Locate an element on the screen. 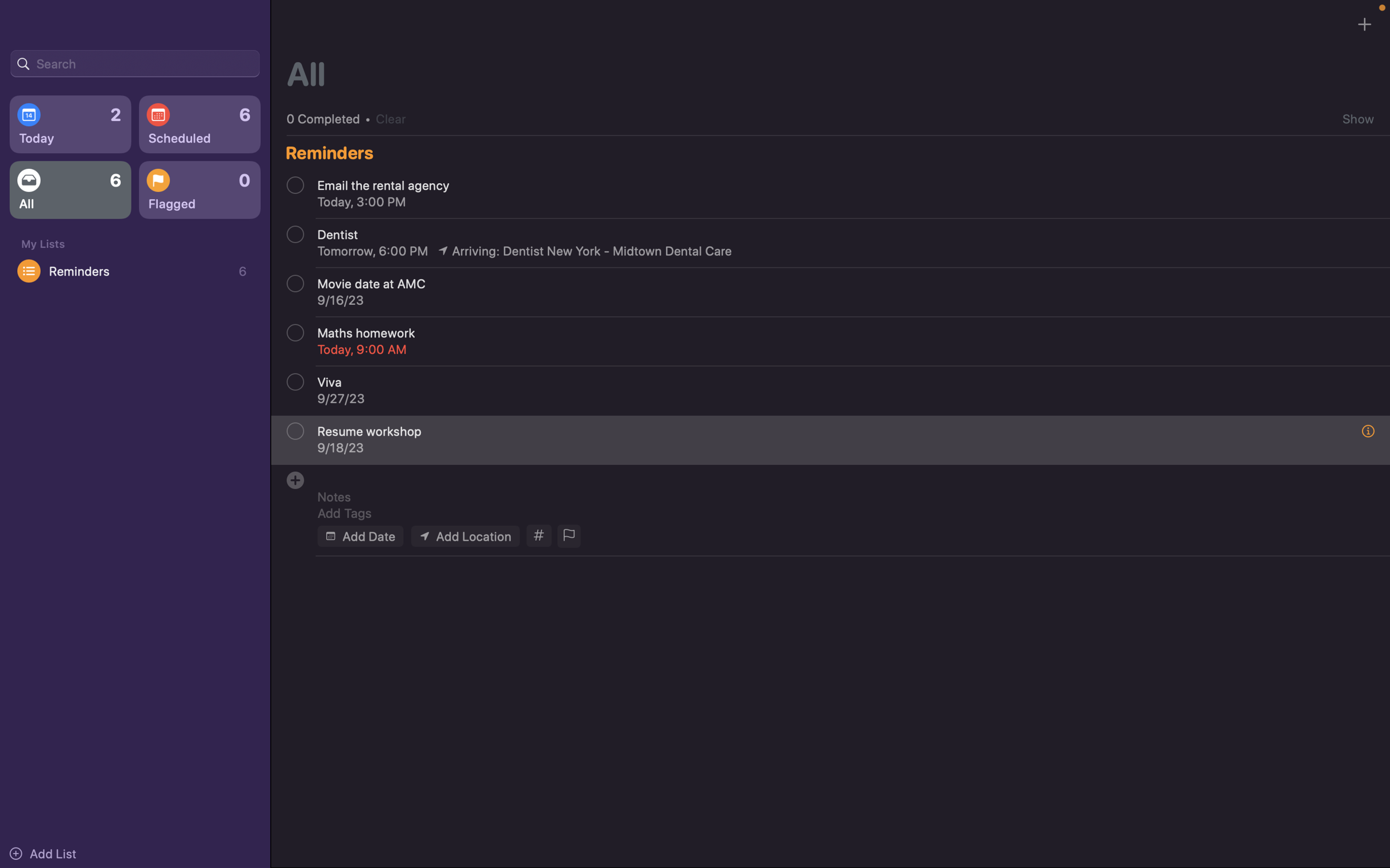 This screenshot has width=1390, height=868. Designate "my house" as the event"s location is located at coordinates (464, 535).